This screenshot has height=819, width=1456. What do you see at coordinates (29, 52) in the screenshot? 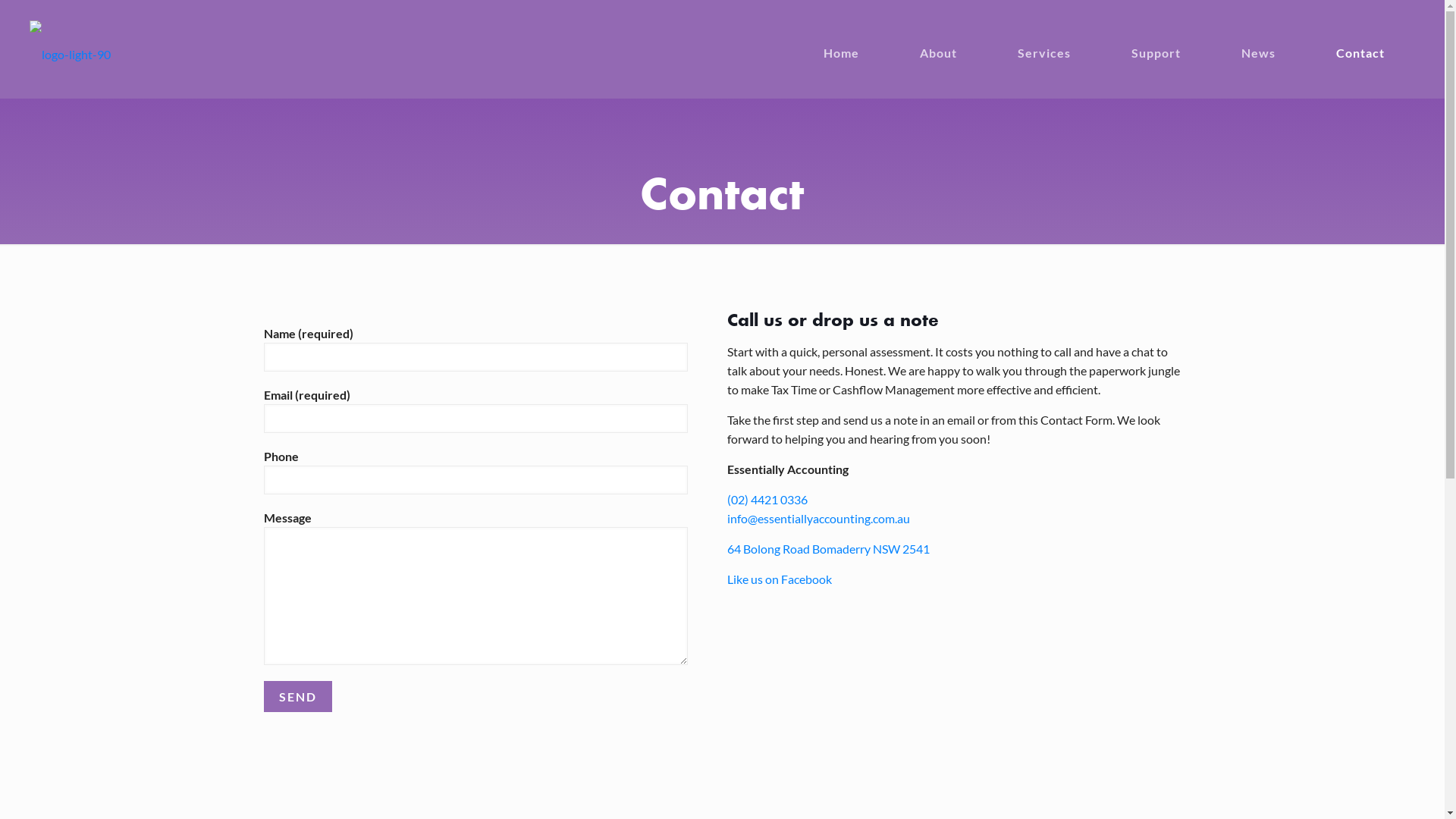
I see `'Essentially Accounting'` at bounding box center [29, 52].